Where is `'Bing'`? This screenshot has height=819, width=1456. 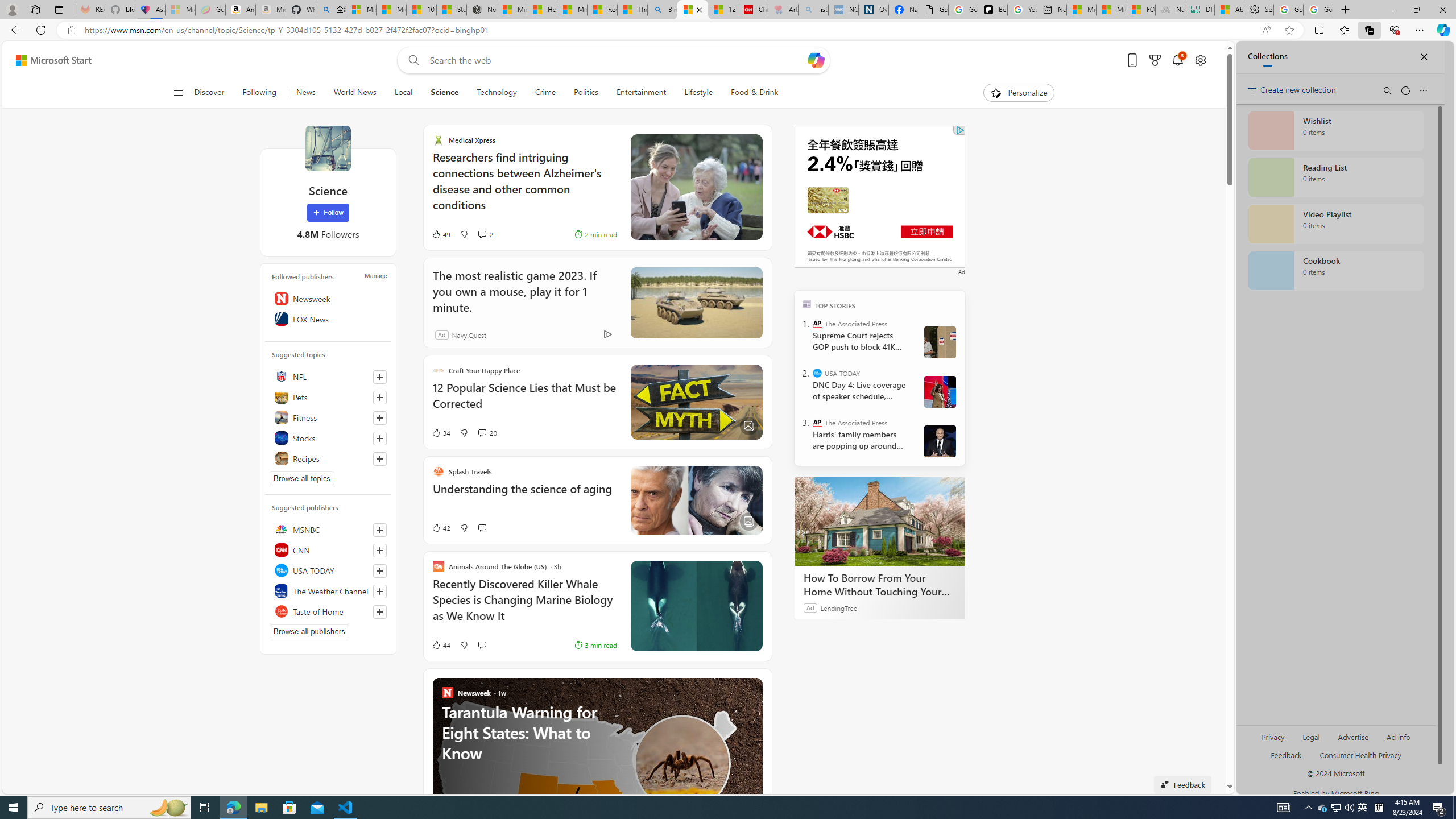
'Bing' is located at coordinates (661, 9).